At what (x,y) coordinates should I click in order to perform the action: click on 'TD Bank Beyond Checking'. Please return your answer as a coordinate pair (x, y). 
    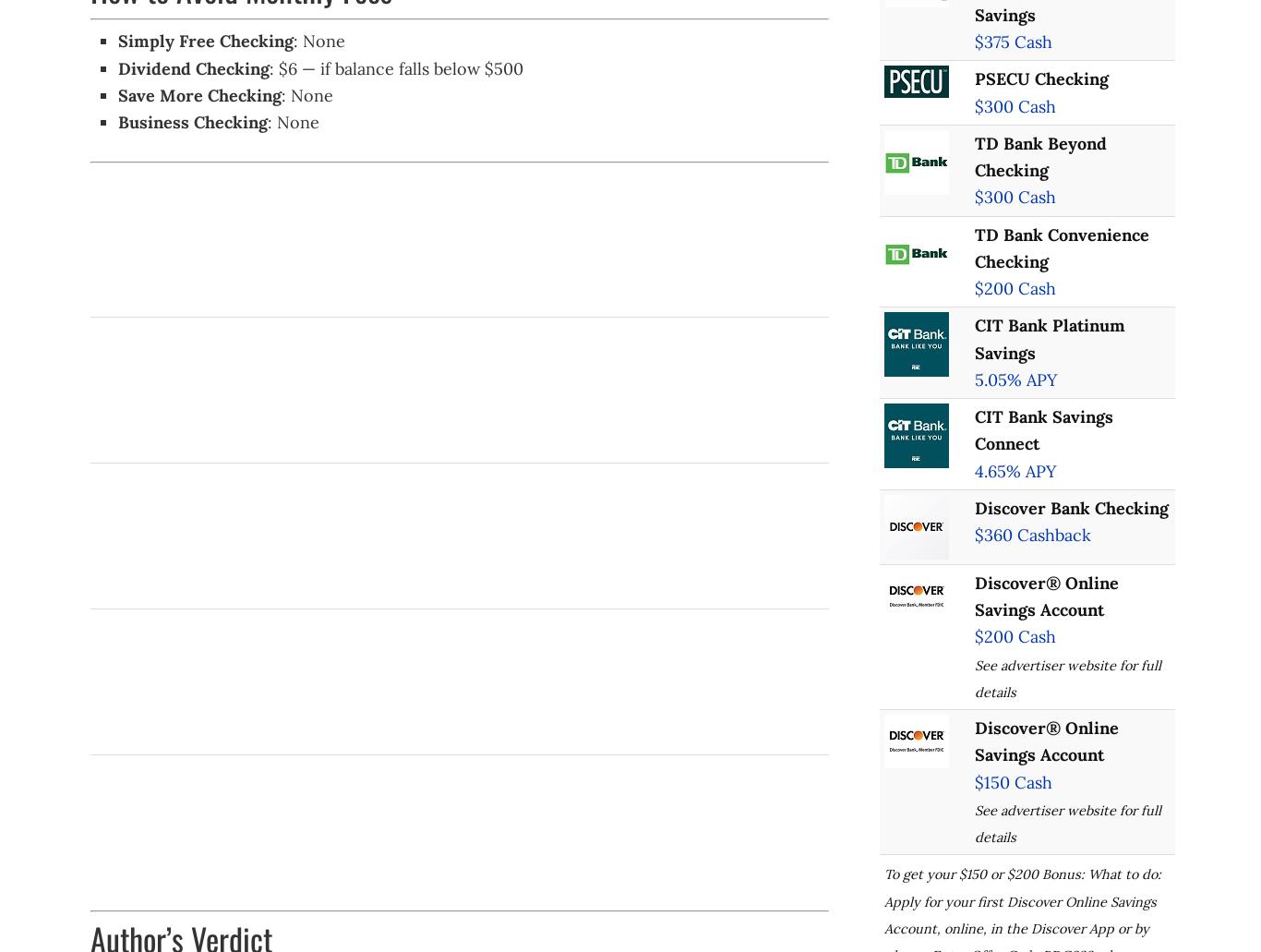
    Looking at the image, I should click on (1039, 155).